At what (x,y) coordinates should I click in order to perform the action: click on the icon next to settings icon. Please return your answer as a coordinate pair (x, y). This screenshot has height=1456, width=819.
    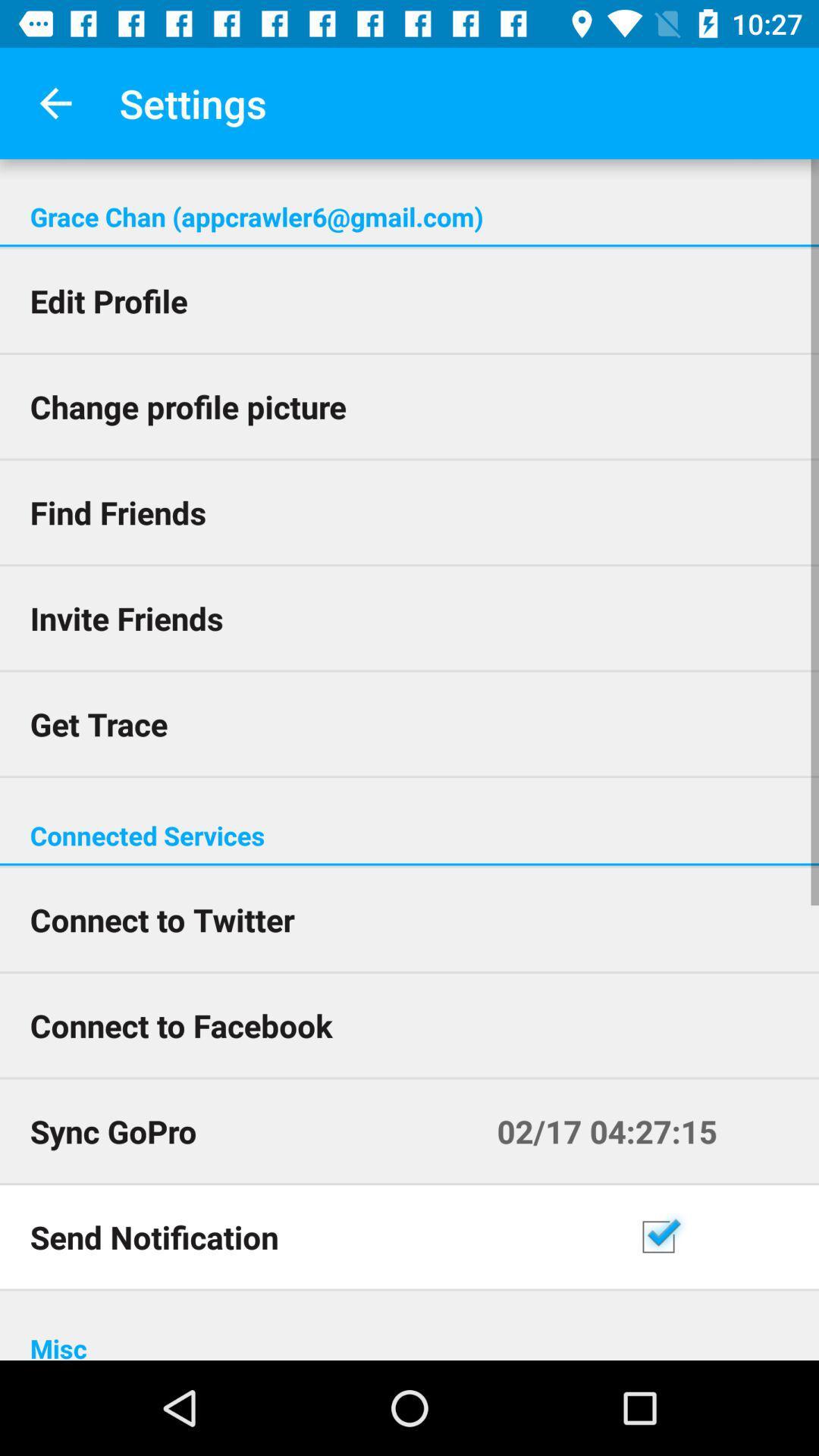
    Looking at the image, I should click on (55, 102).